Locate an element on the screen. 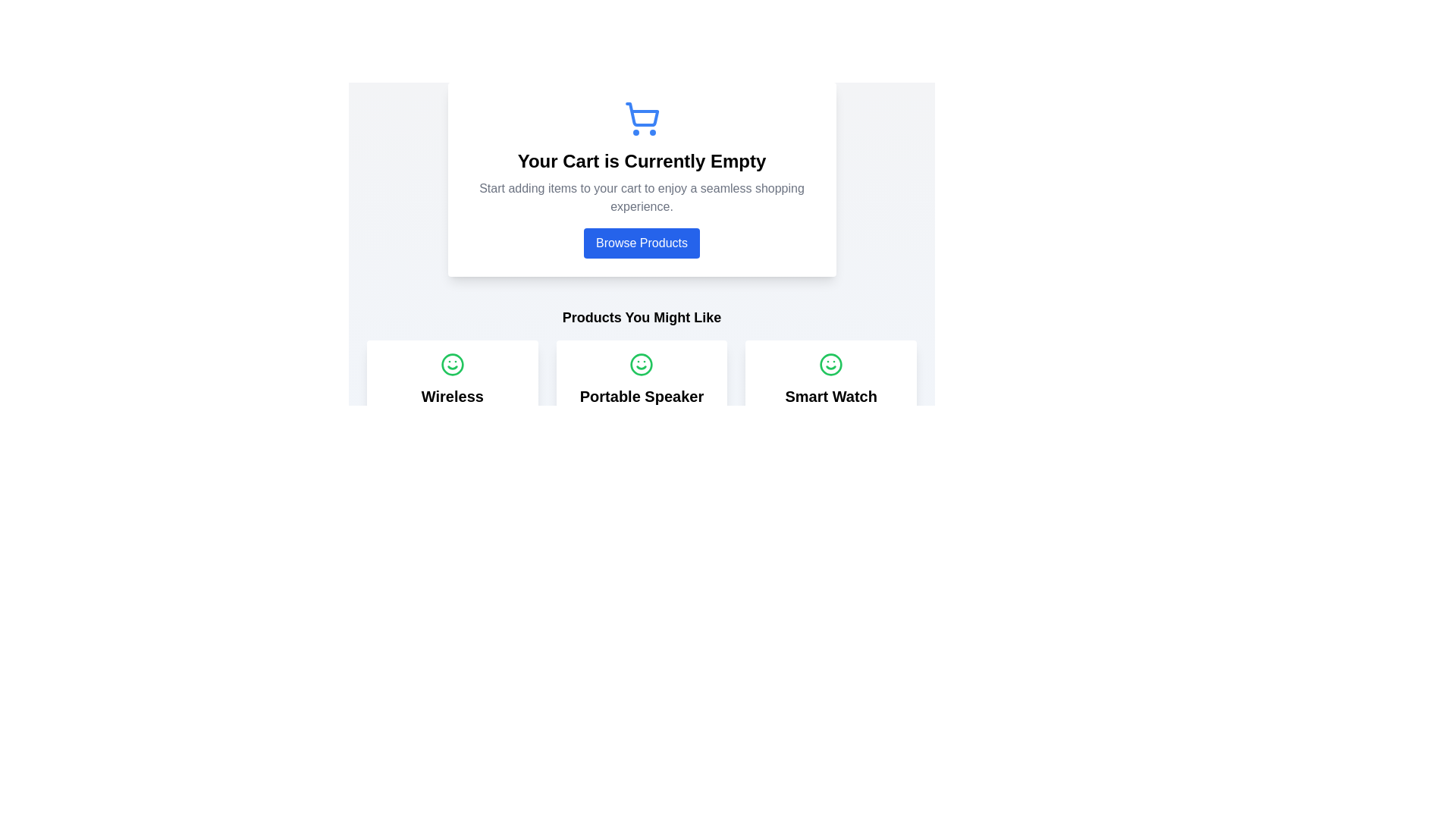 The height and width of the screenshot is (819, 1456). the first textual label in the product card layout, which is positioned below a green smiley icon and above the price '$49.99' is located at coordinates (451, 406).